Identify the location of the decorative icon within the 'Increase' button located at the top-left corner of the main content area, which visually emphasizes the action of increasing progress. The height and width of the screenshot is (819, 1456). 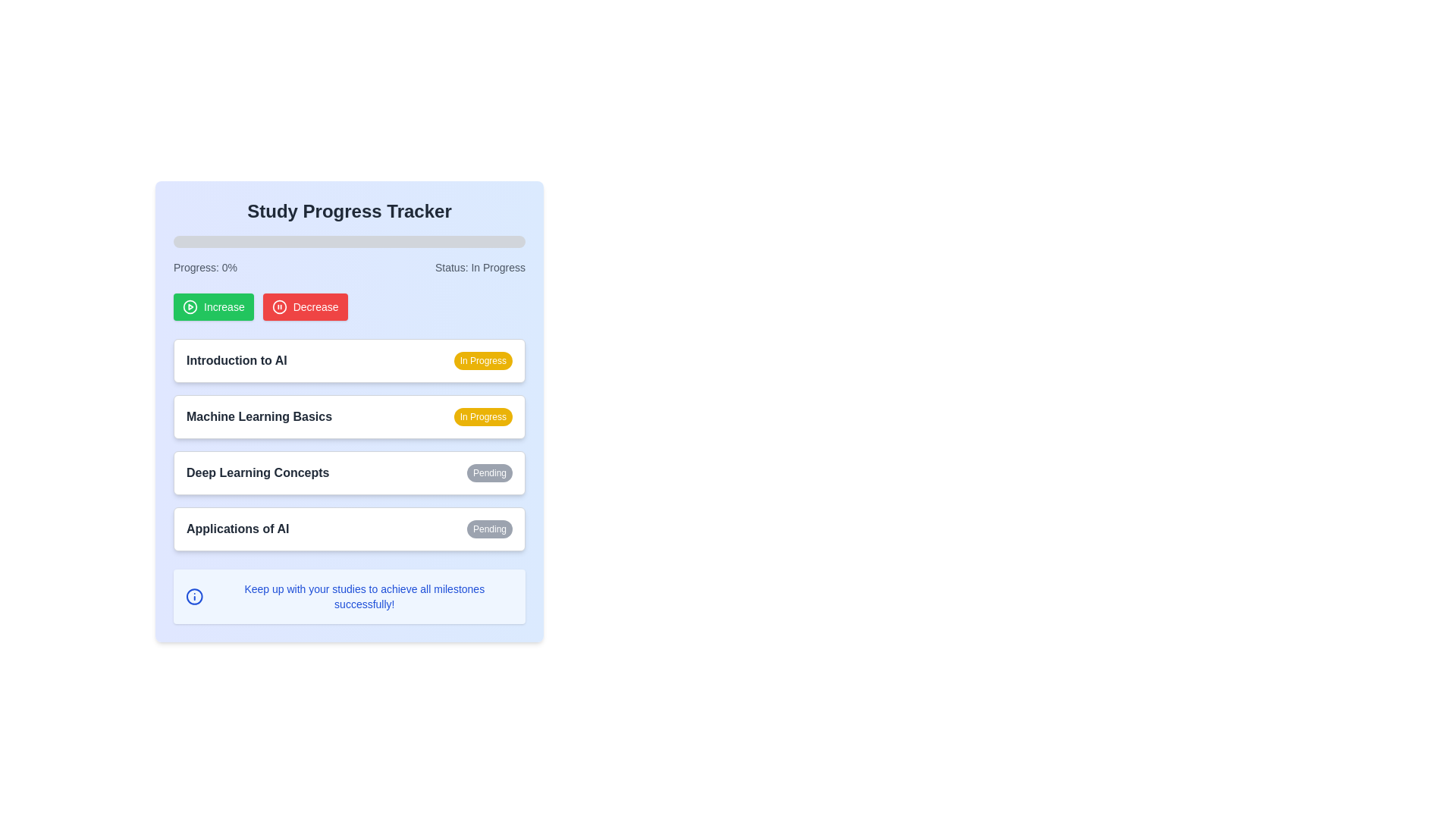
(189, 307).